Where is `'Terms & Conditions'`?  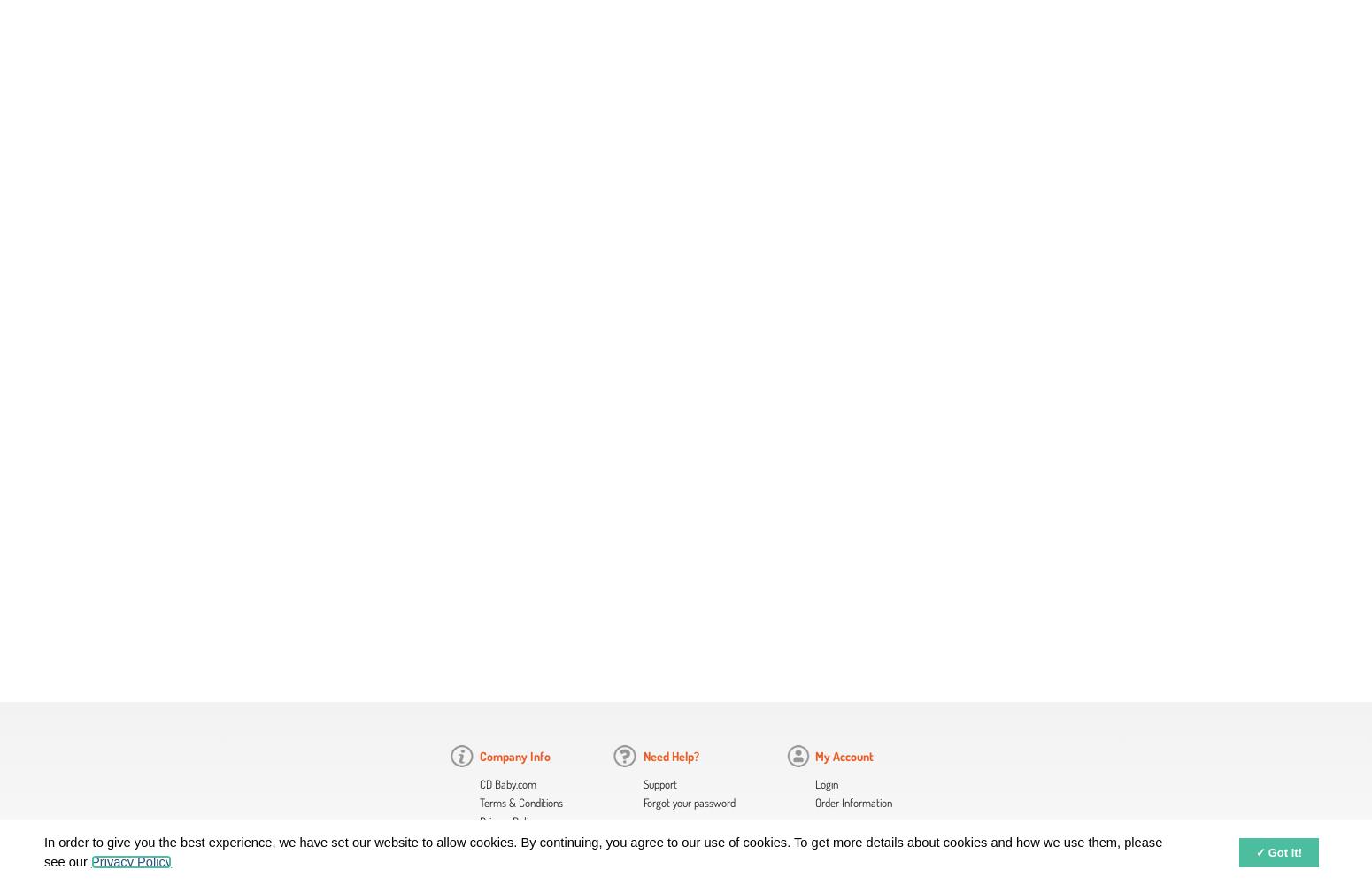
'Terms & Conditions' is located at coordinates (521, 803).